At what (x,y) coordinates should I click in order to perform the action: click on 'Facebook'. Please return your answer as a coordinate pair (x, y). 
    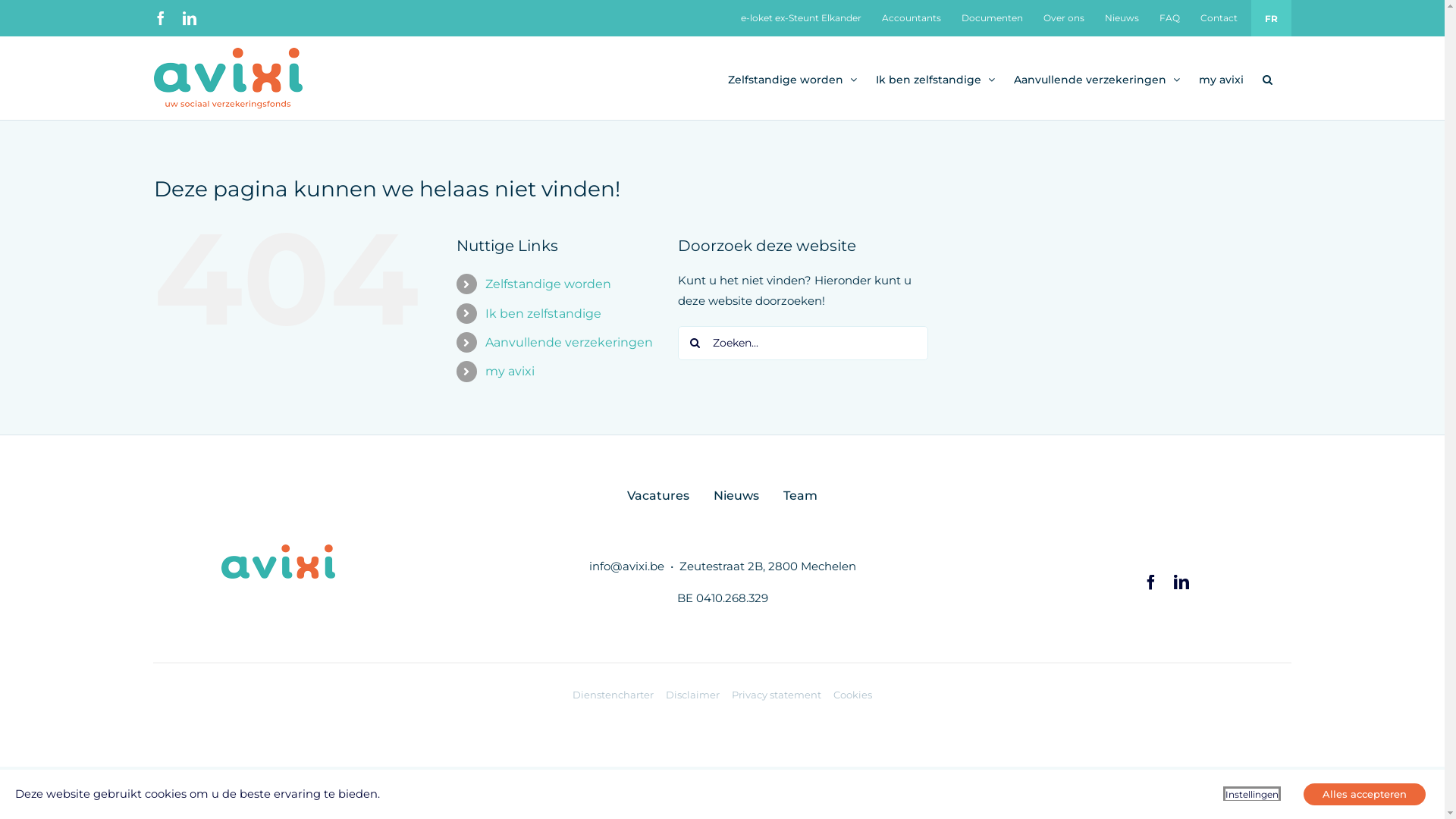
    Looking at the image, I should click on (160, 17).